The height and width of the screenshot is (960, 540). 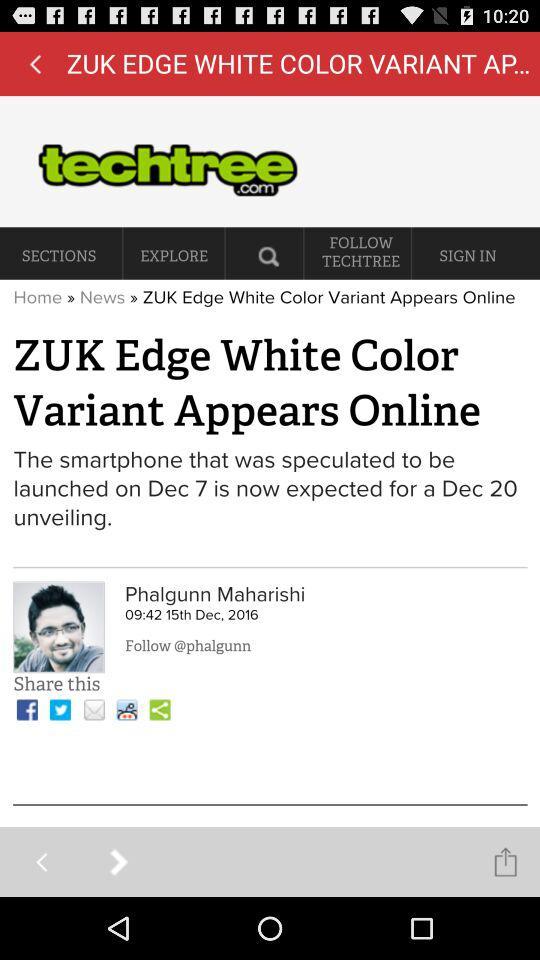 I want to click on the arrow_forward icon, so click(x=117, y=922).